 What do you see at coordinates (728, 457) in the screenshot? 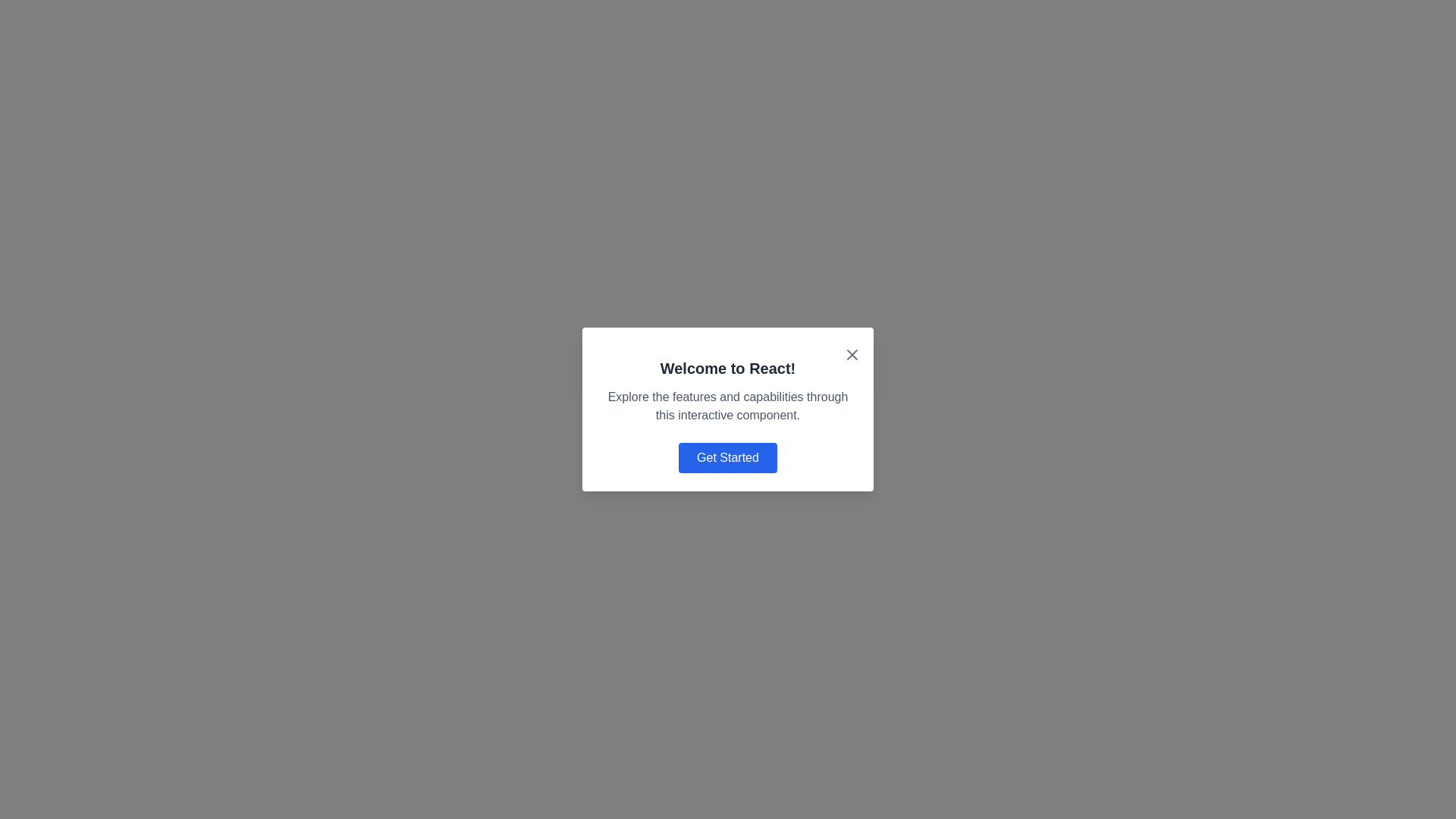
I see `the call-to-action button located at the bottom of the content area, centered horizontally, which initiates a process related to exploring the React framework` at bounding box center [728, 457].